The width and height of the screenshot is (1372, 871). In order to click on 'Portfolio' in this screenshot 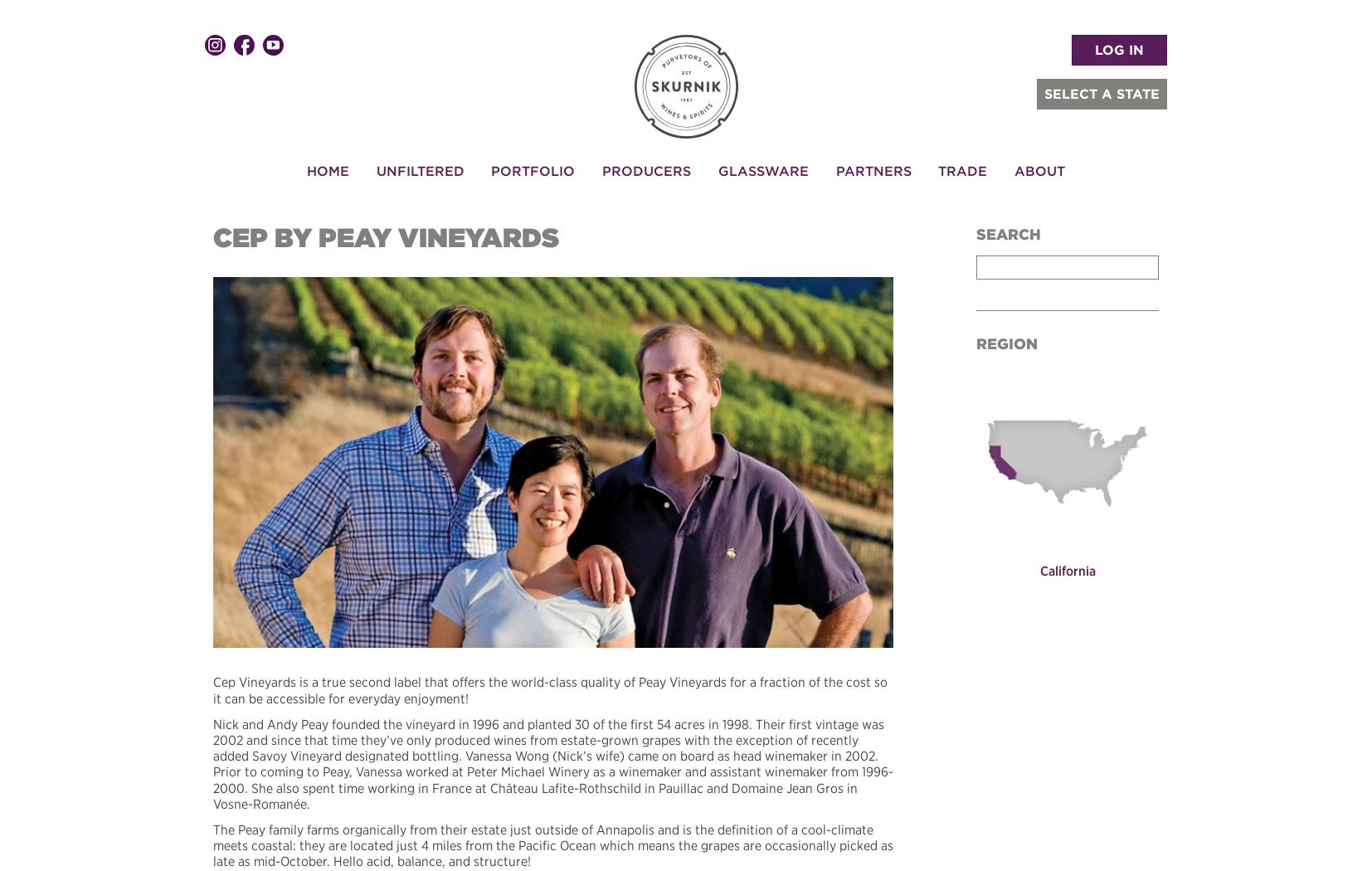, I will do `click(490, 168)`.